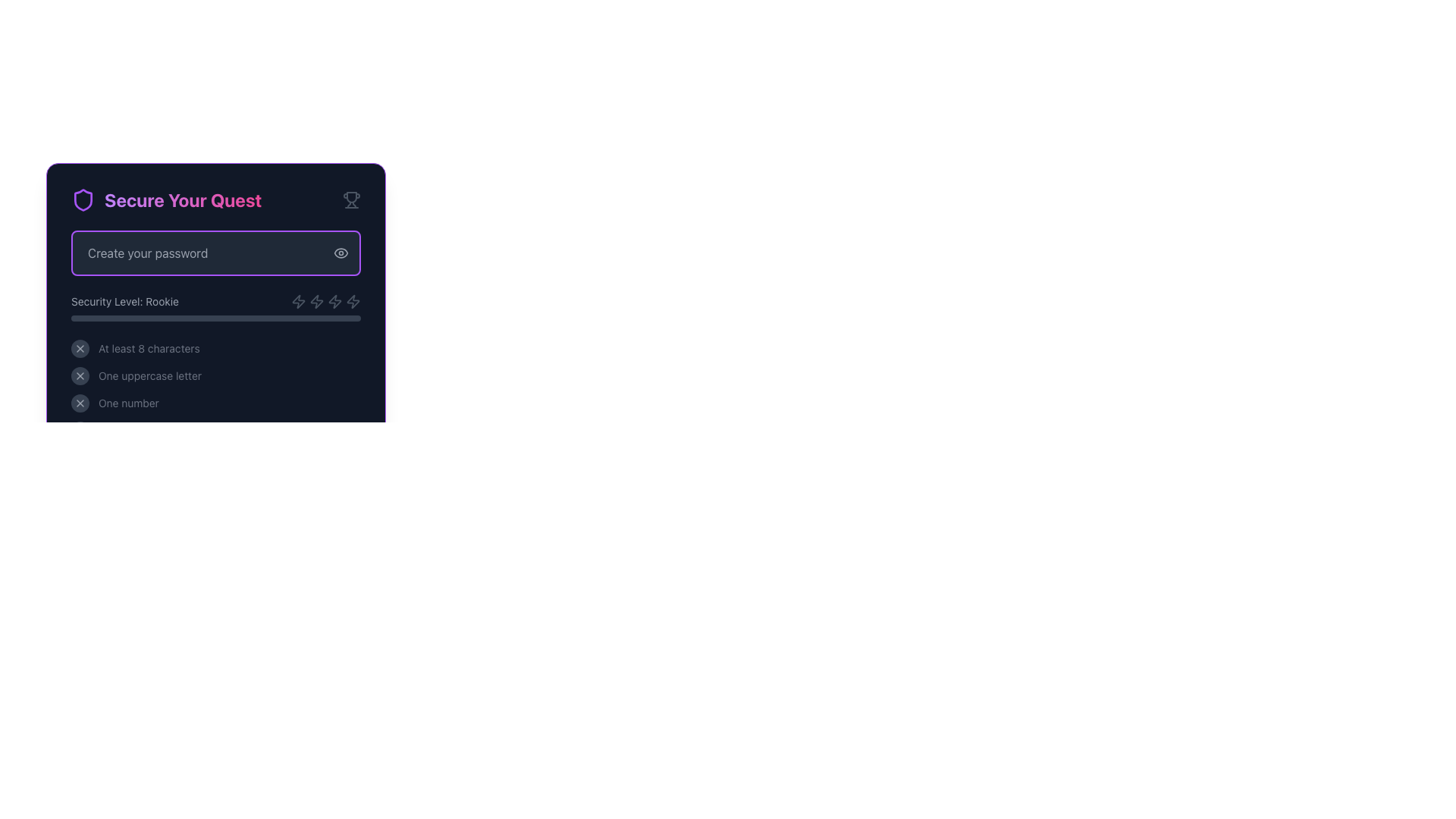 Image resolution: width=1456 pixels, height=819 pixels. Describe the element at coordinates (315, 301) in the screenshot. I see `the third icon resembling a stylized lightning bolt, which is gray and located near the 'Security Level' label` at that location.